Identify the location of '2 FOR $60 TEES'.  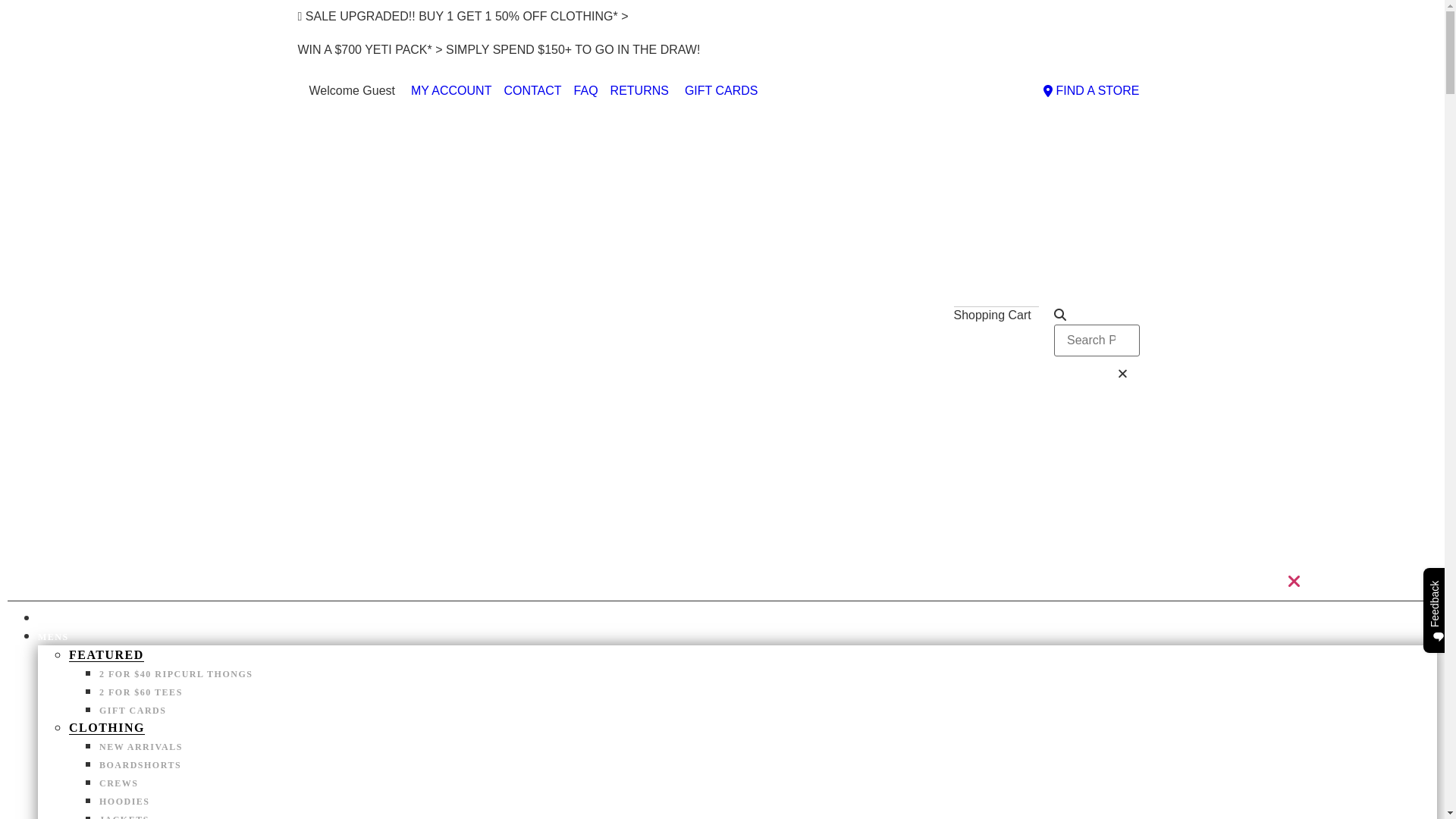
(141, 692).